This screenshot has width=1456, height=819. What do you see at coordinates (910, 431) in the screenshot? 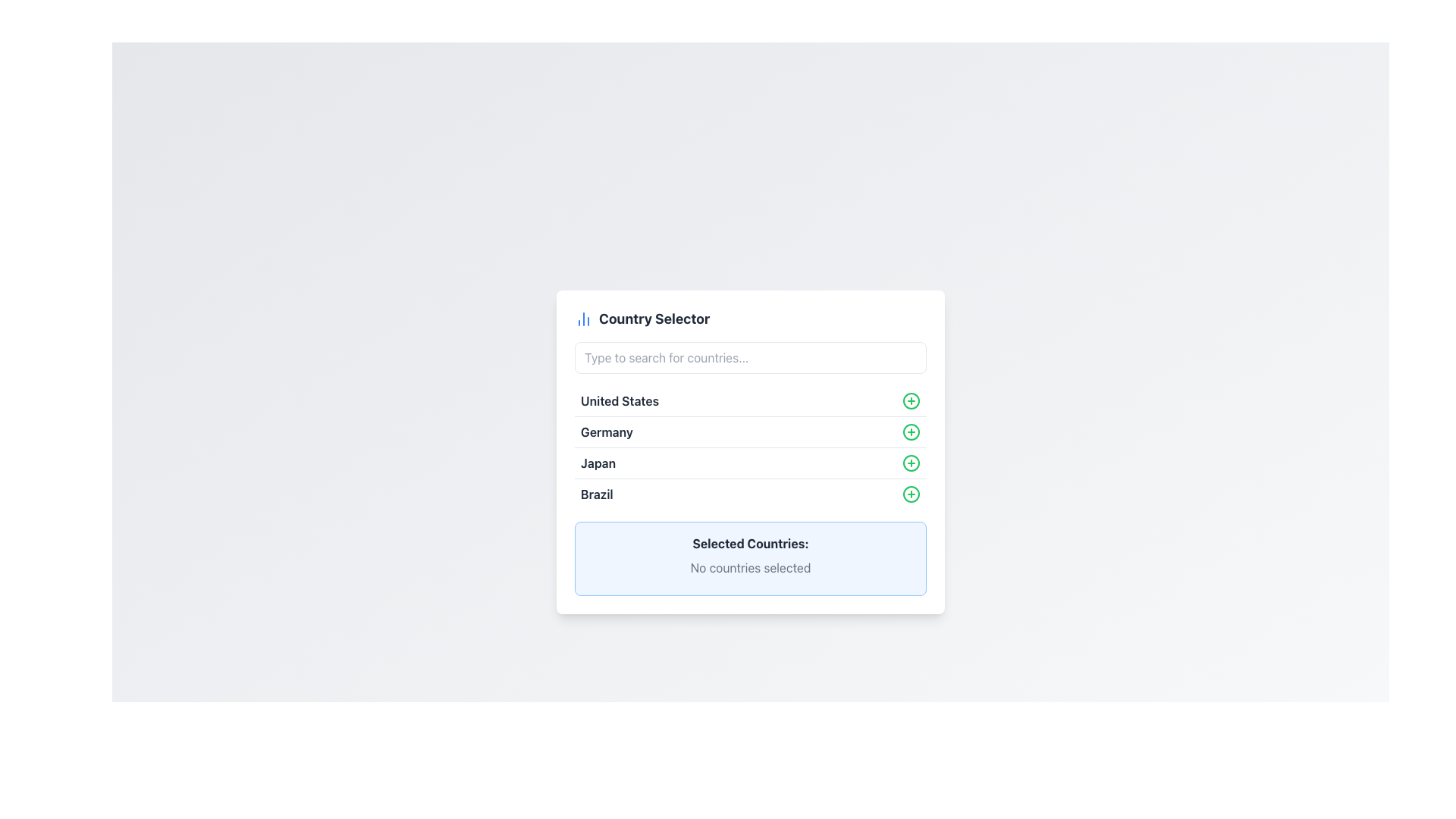
I see `the circular shape that forms the outline of the green add button associated with the 'Germany' option in the country list` at bounding box center [910, 431].